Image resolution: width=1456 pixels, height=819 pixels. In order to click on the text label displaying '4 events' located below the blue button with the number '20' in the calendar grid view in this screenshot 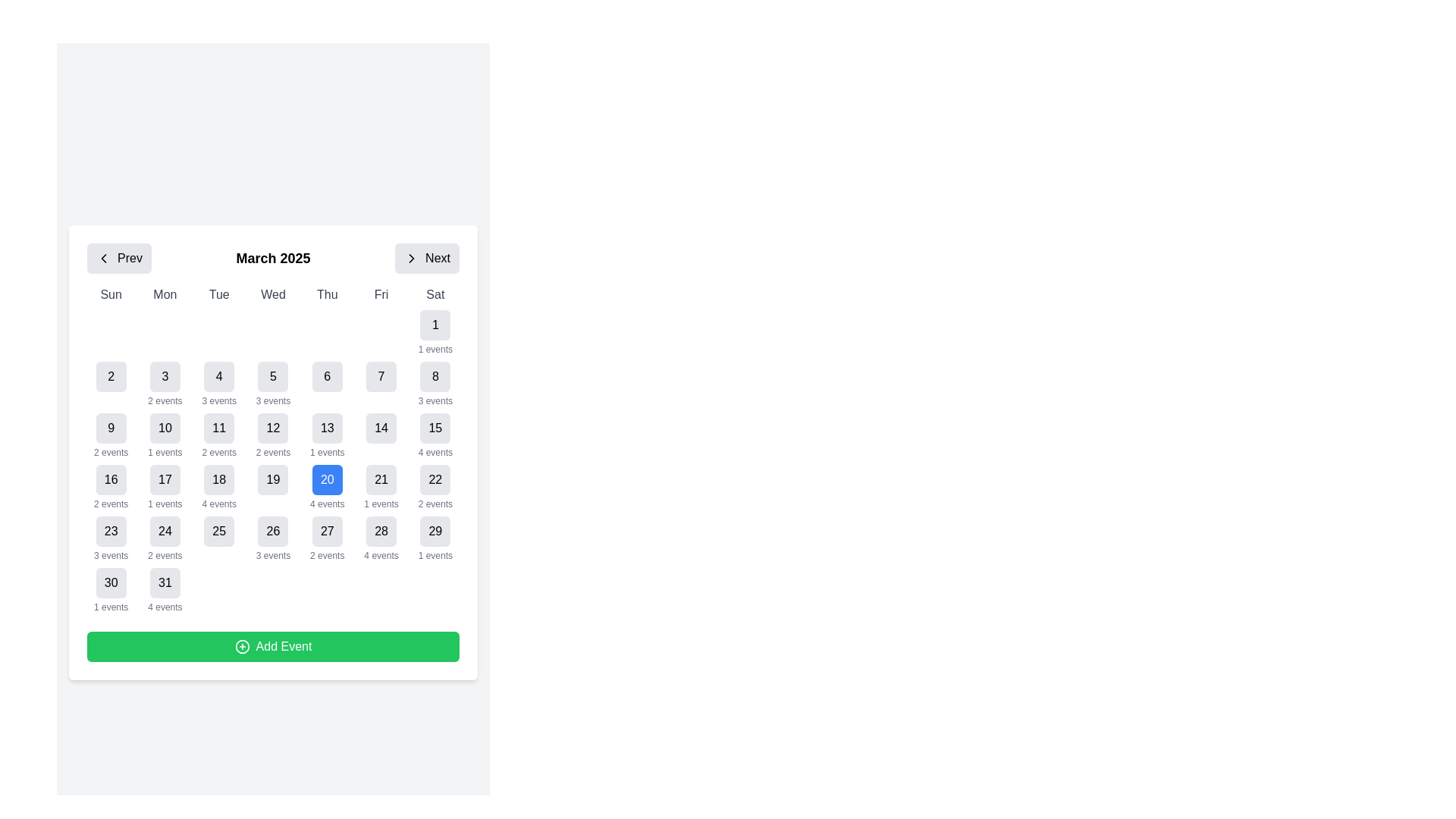, I will do `click(326, 504)`.